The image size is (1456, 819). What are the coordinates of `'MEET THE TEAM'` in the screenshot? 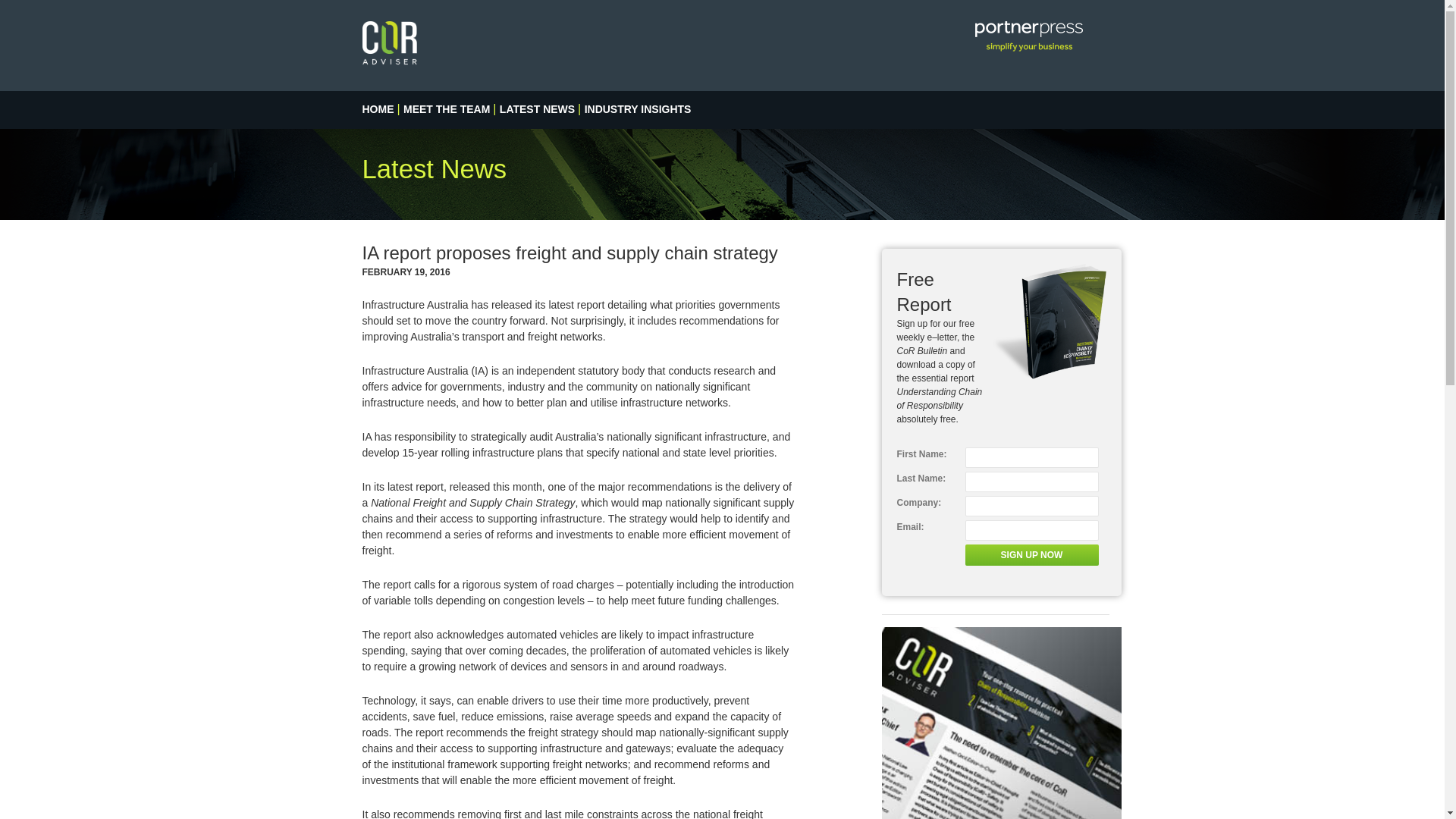 It's located at (446, 108).